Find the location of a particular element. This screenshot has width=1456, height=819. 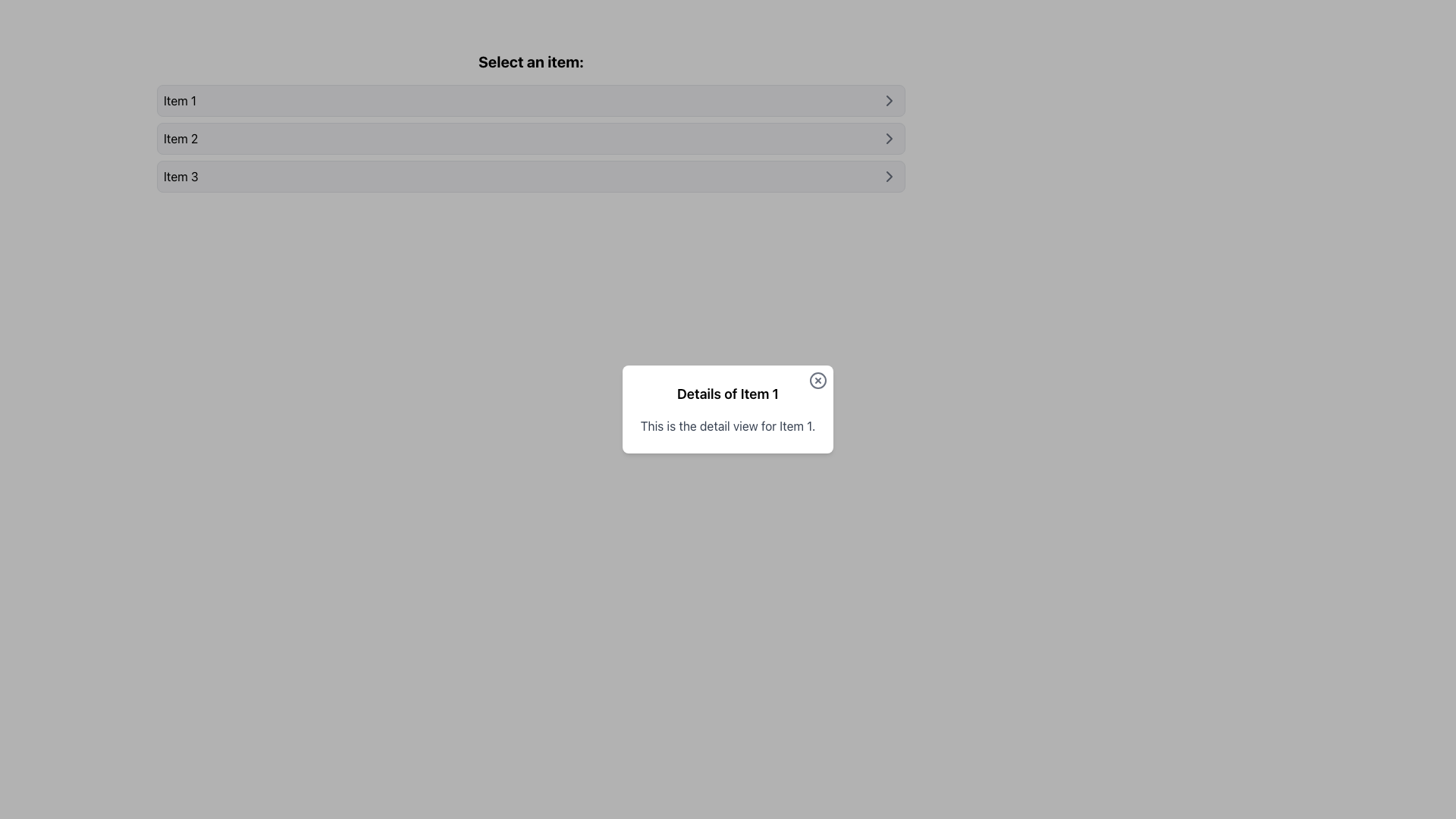

the Chevron icon located on the right edge of the list item associated with 'Item 2' is located at coordinates (889, 138).